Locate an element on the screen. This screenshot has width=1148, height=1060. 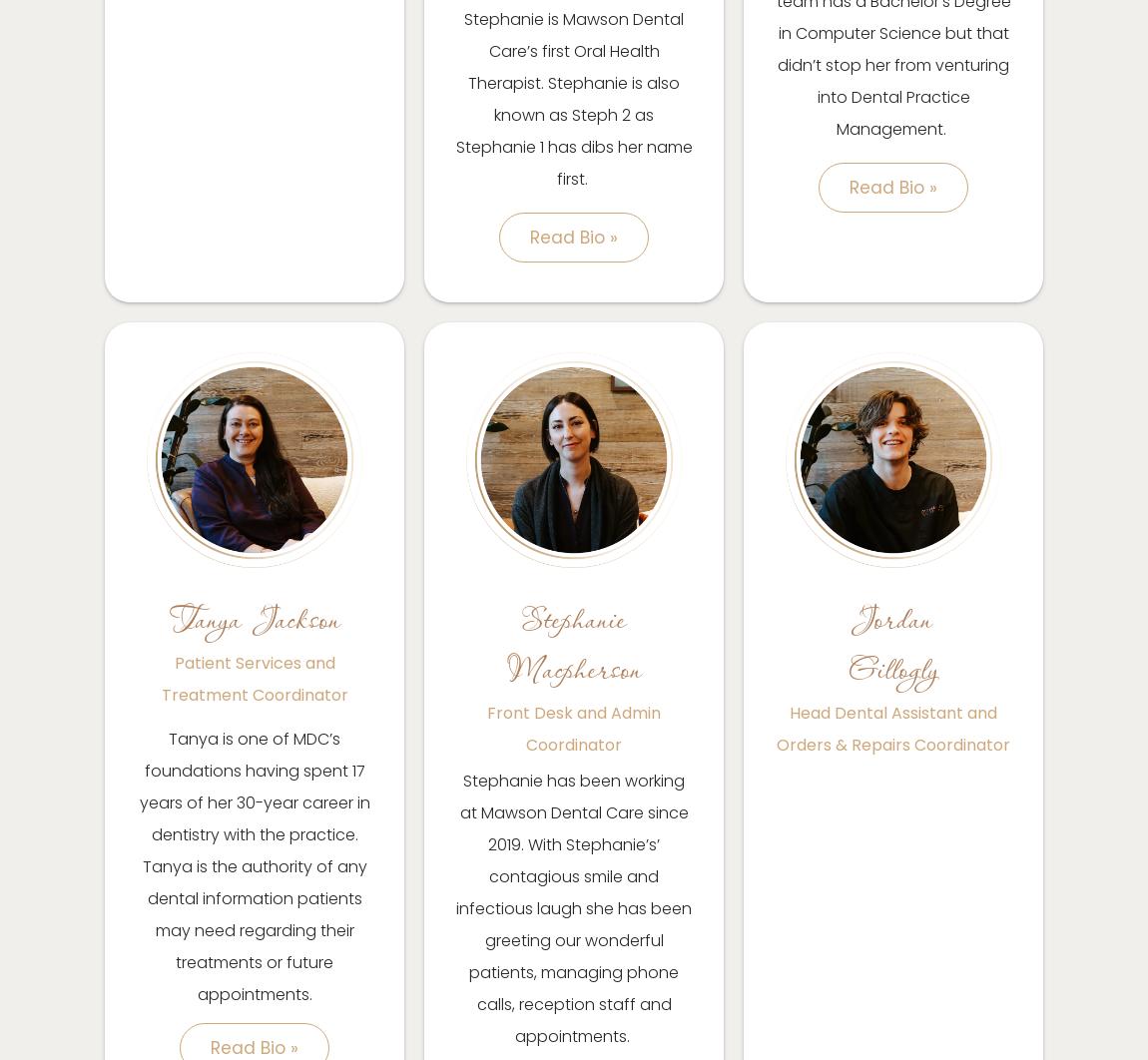
'Head Dental Assistant and Orders & Repairs Coordinator' is located at coordinates (893, 728).